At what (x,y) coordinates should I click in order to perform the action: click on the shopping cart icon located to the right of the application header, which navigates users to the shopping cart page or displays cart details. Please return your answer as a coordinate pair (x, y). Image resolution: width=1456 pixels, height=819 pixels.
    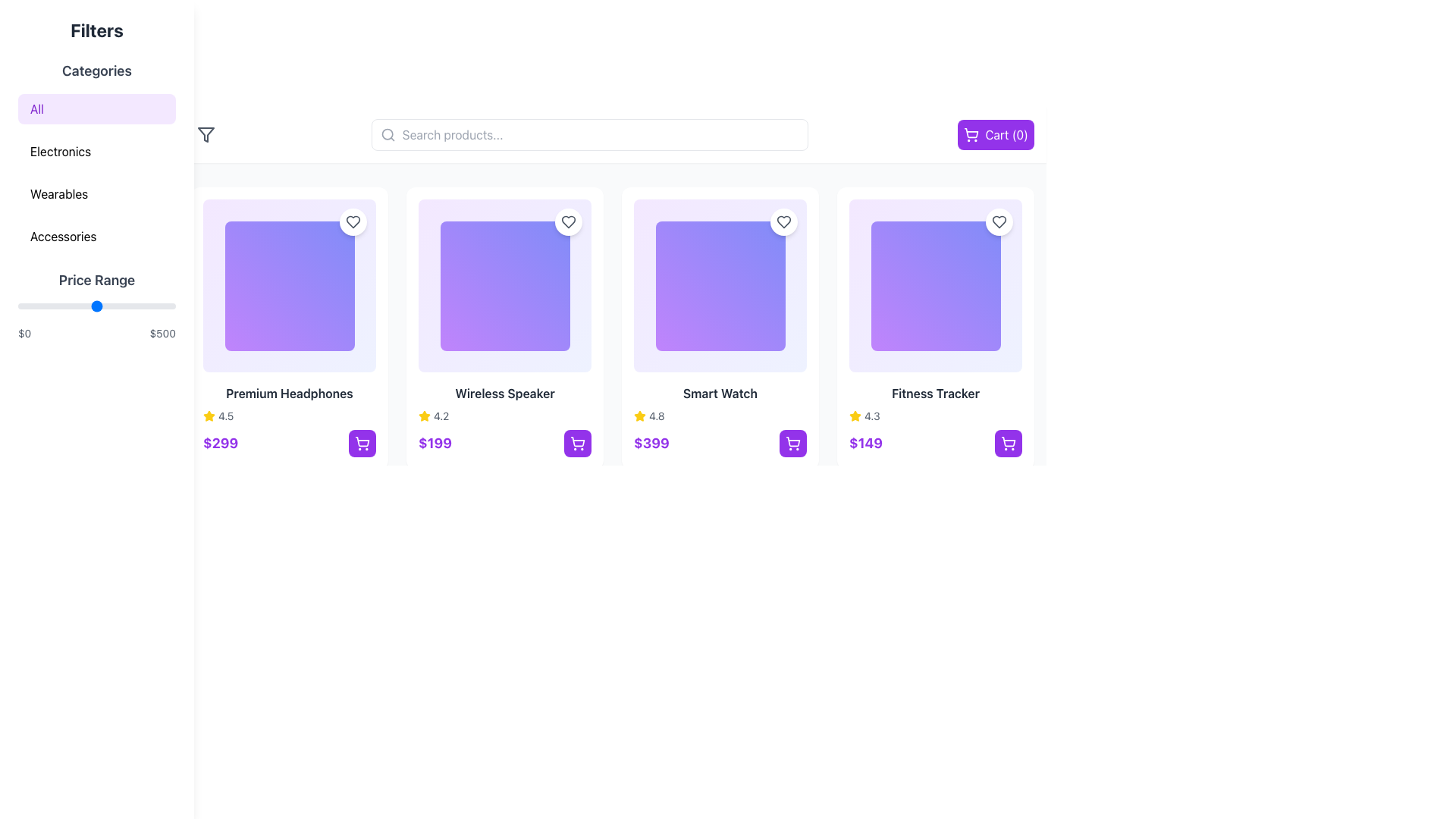
    Looking at the image, I should click on (971, 131).